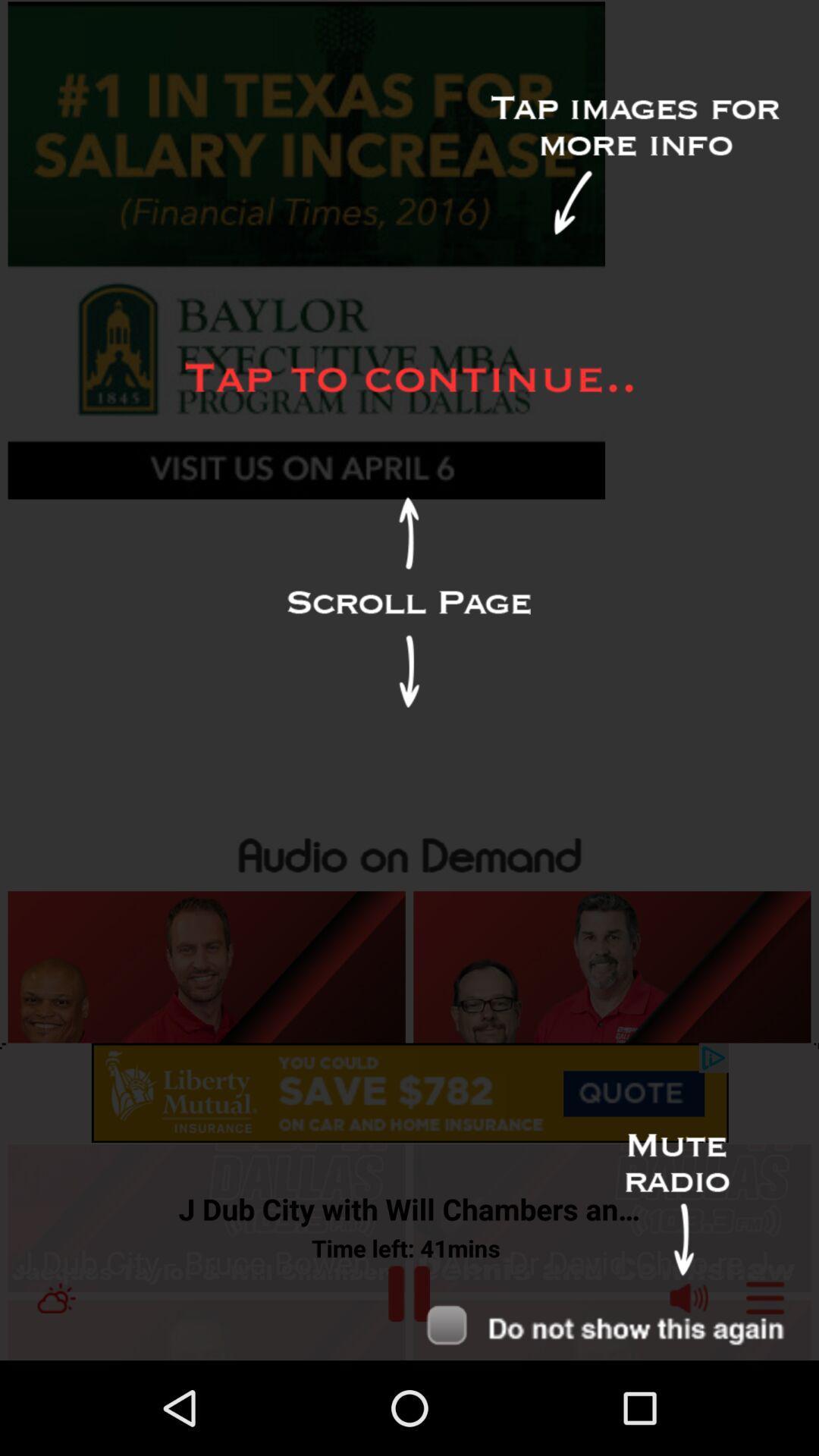  I want to click on the volume icon, so click(689, 1389).